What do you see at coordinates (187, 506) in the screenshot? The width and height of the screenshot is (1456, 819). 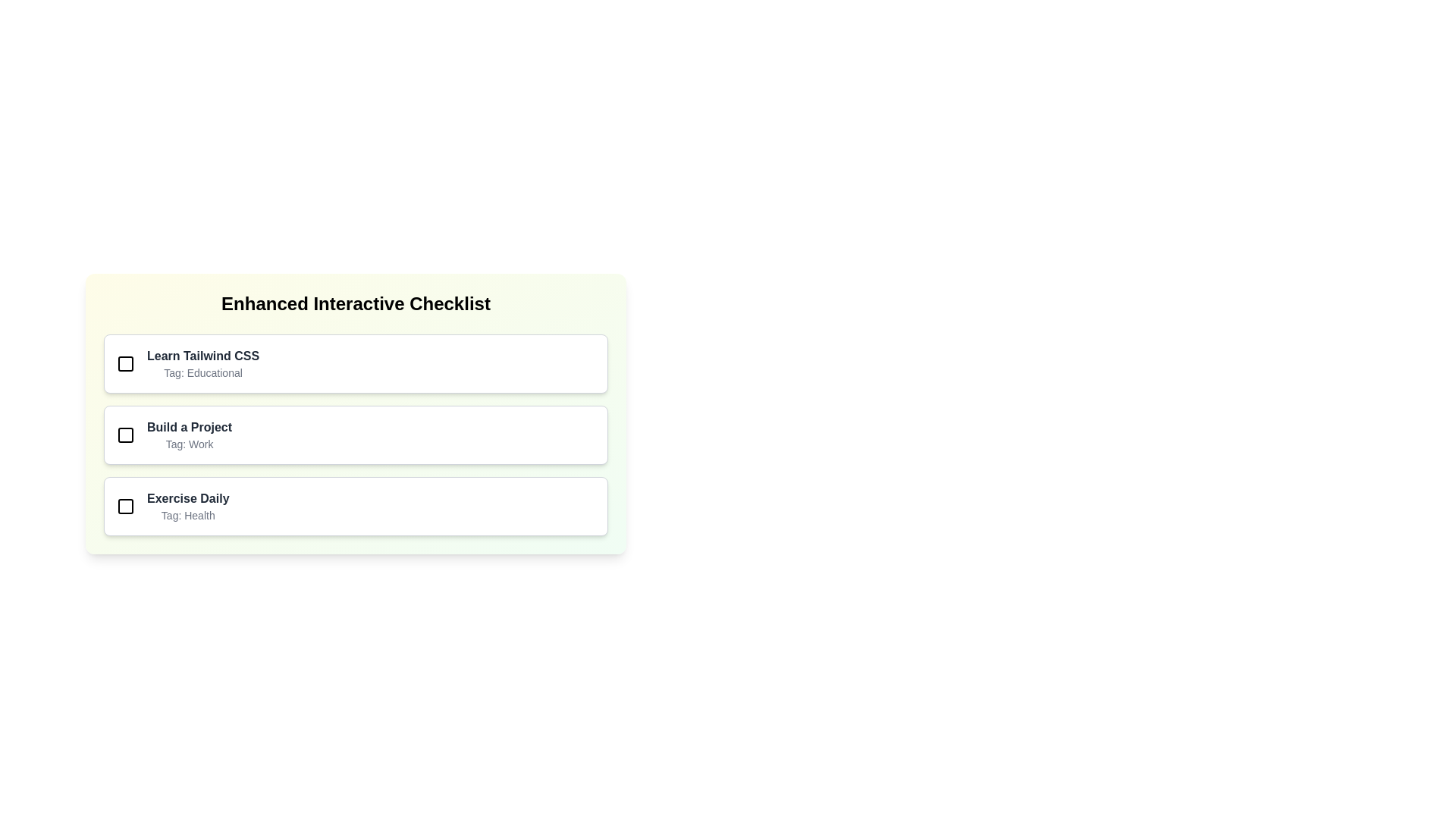 I see `the text label 'Exercise Daily' which is the third item in a vertical list within a selectable card, to possibly view additional details` at bounding box center [187, 506].